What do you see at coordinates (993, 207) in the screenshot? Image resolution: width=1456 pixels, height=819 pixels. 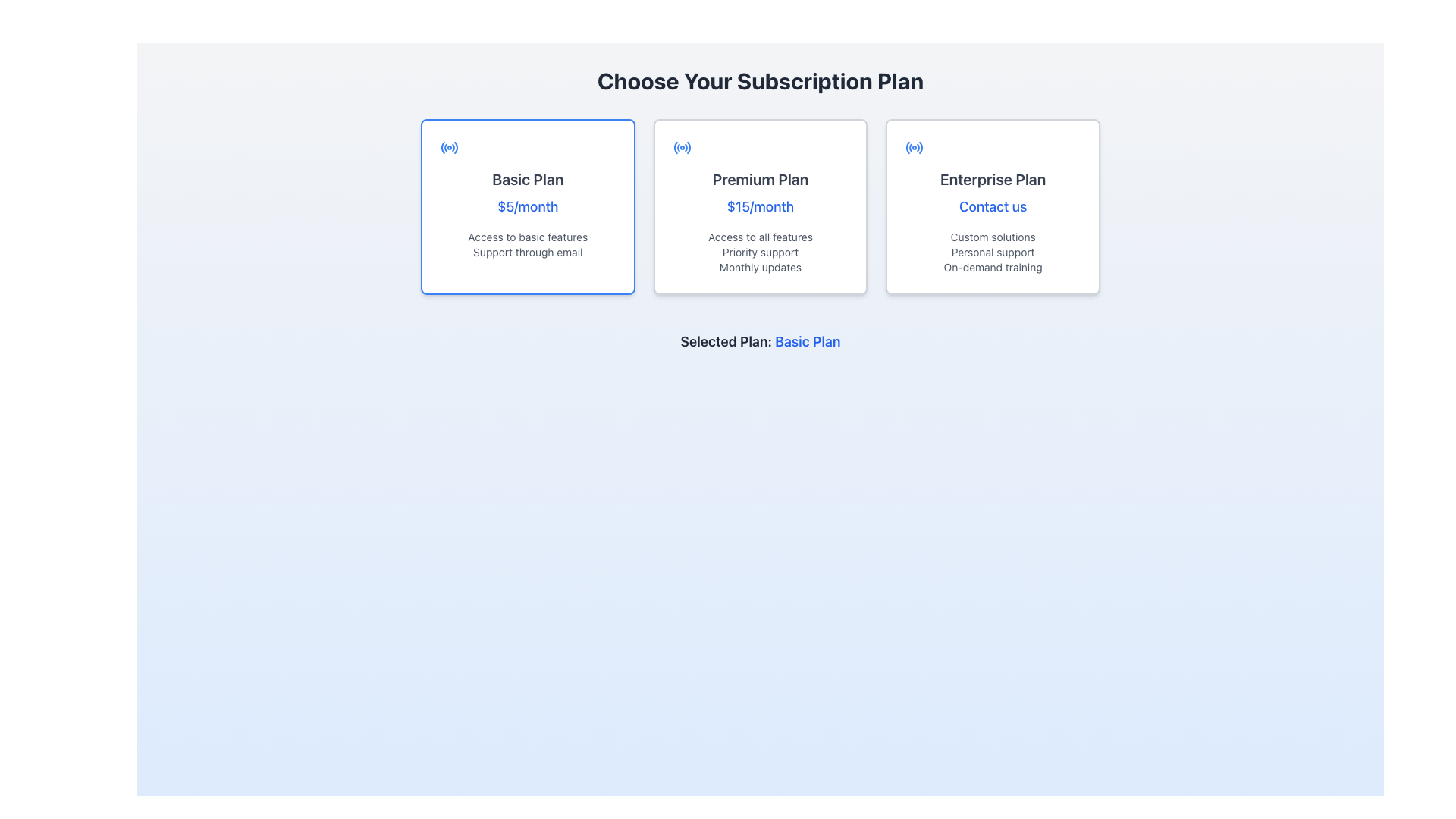 I see `the blue clickable link labeled 'Contact us' located within the 'Enterprise Plan' card, which is the third card in a row of three cards` at bounding box center [993, 207].